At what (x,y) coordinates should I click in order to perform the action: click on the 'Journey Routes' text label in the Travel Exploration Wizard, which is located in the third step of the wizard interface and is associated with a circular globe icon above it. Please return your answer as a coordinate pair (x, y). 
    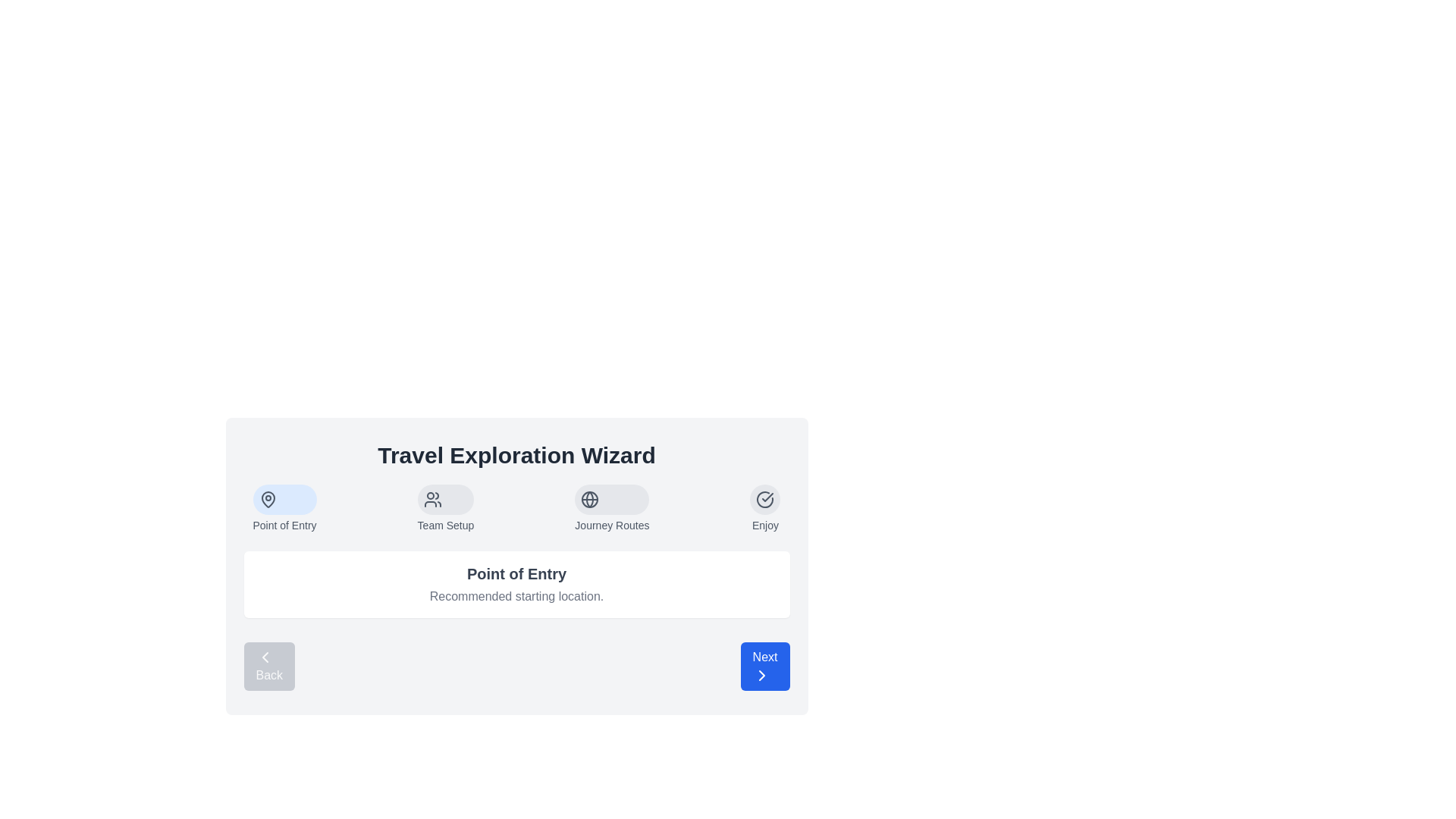
    Looking at the image, I should click on (612, 525).